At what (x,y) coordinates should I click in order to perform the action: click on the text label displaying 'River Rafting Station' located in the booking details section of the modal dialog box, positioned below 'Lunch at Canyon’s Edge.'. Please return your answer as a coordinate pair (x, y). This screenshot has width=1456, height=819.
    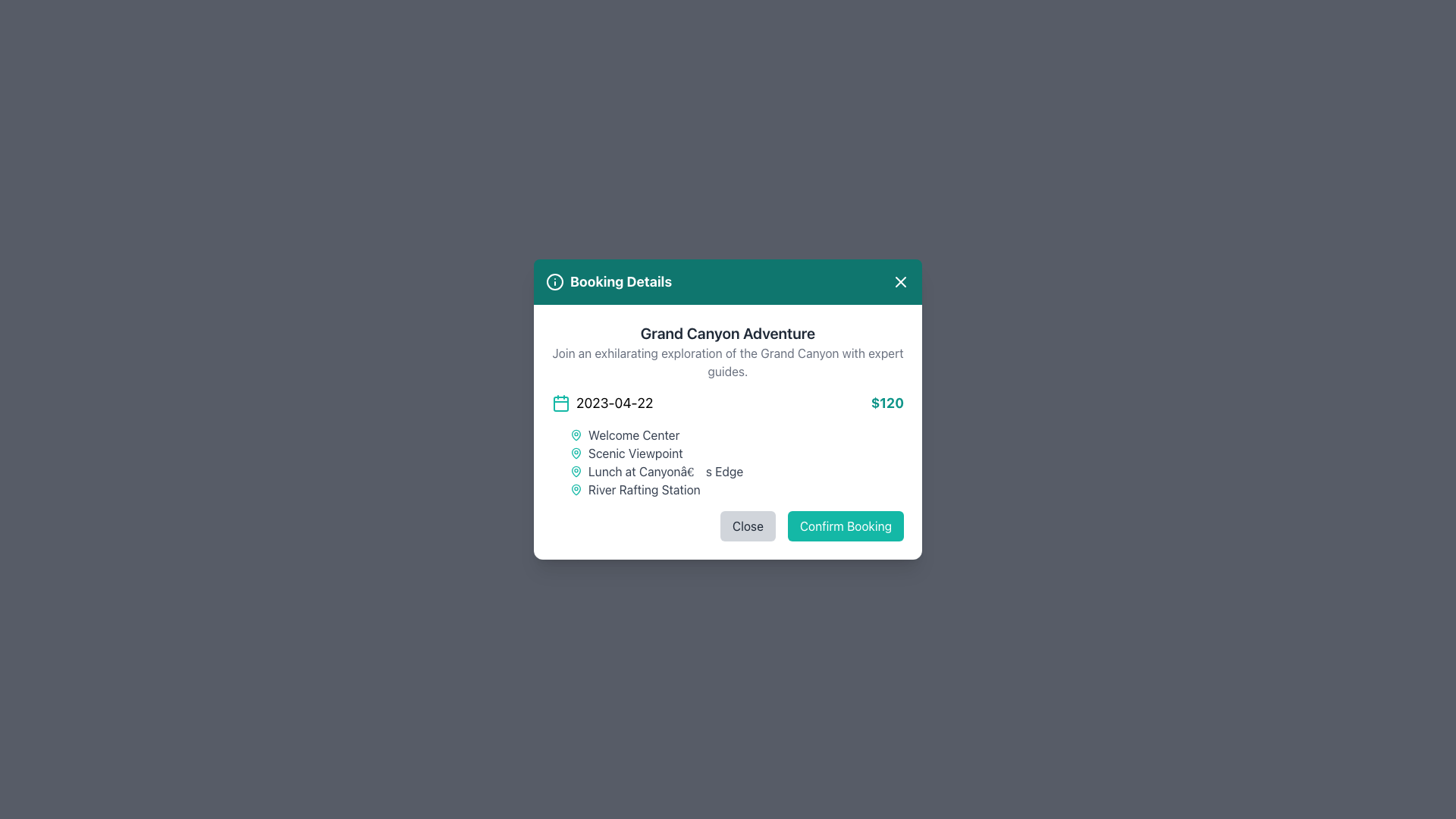
    Looking at the image, I should click on (644, 489).